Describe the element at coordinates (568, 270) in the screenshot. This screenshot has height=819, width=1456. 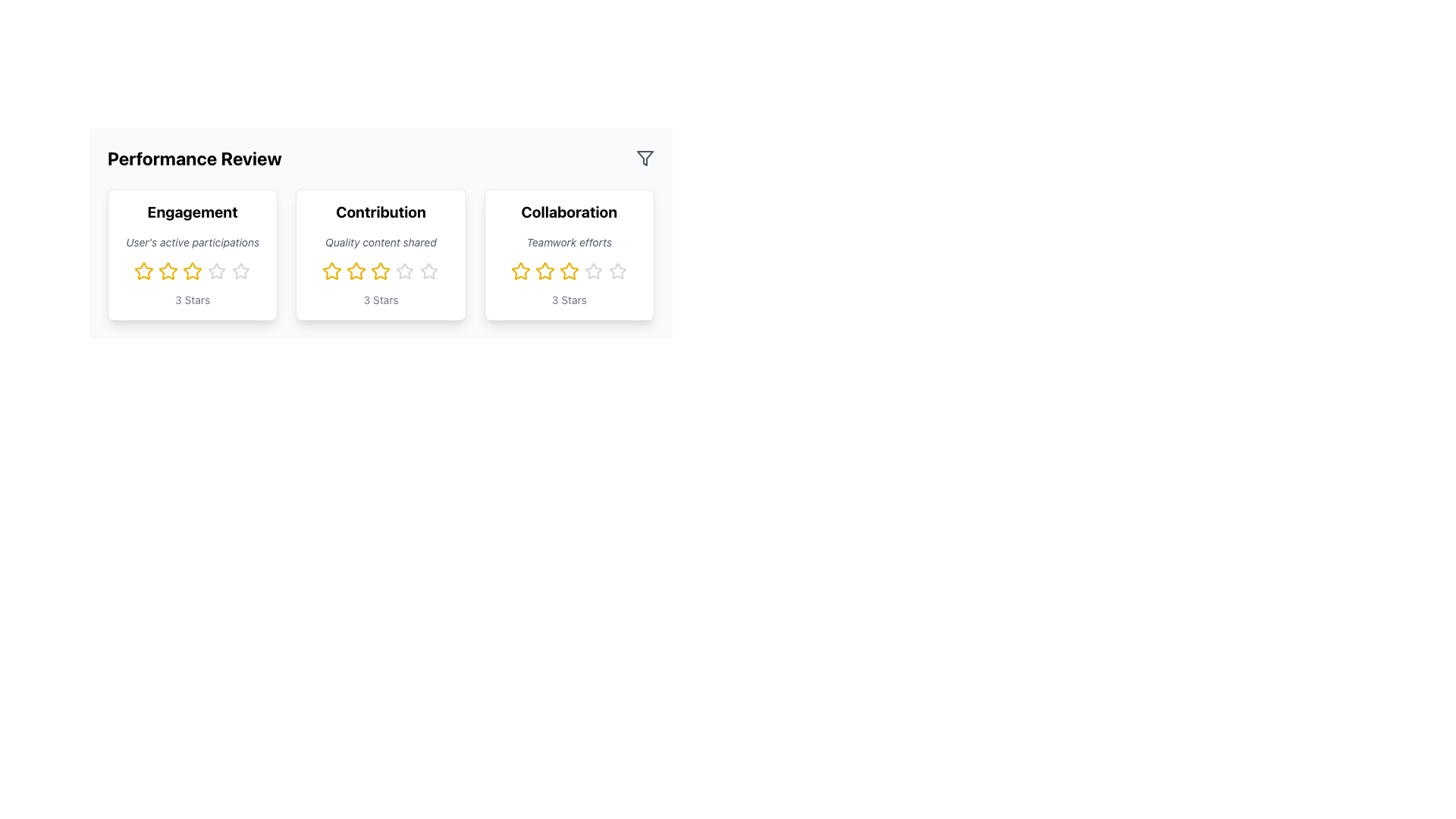
I see `the third star icon in the 'Collaboration' card to give or modify a rating for 'Teamwork efforts.'` at that location.